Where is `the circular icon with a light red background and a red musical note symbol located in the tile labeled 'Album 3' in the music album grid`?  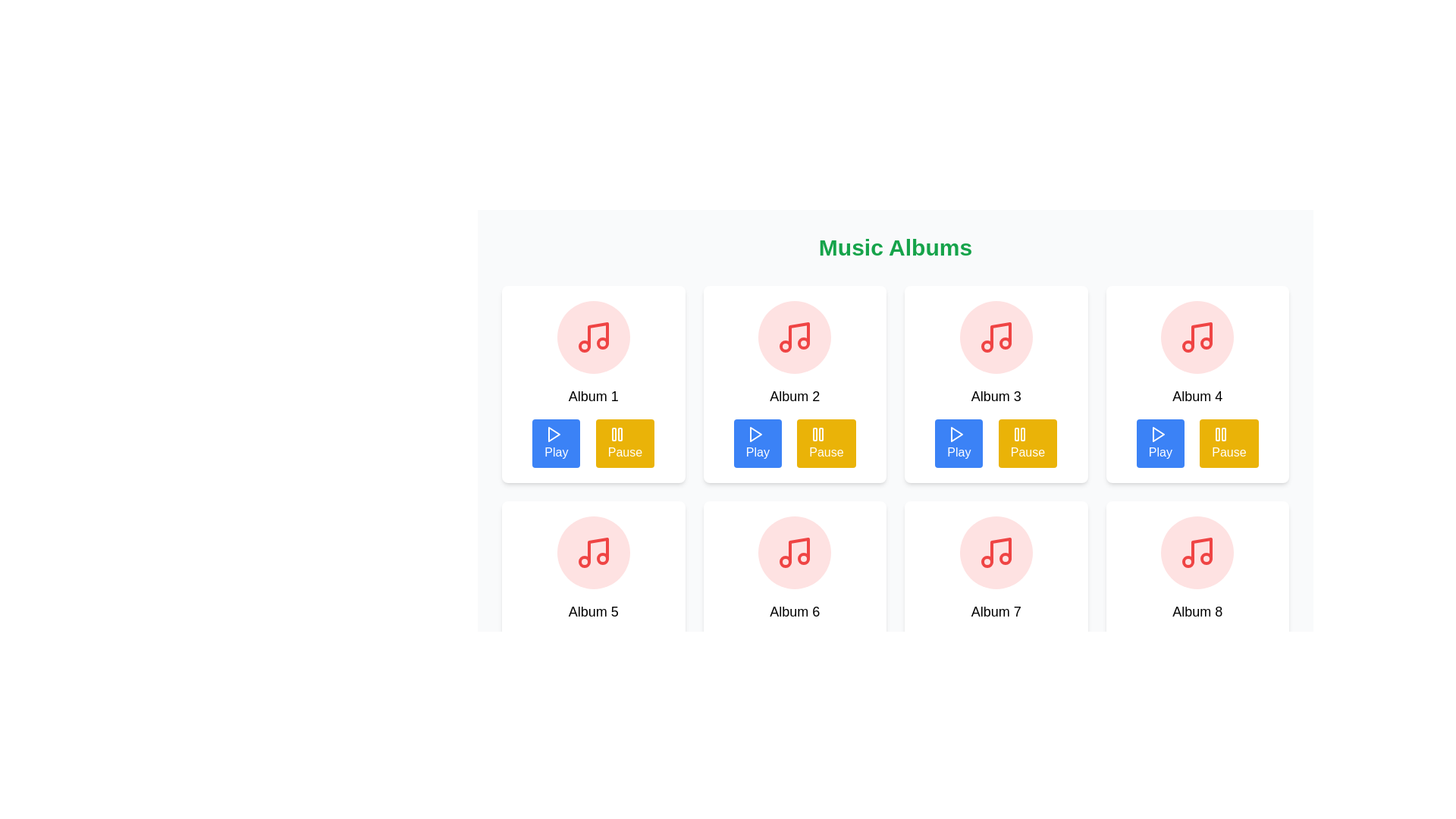
the circular icon with a light red background and a red musical note symbol located in the tile labeled 'Album 3' in the music album grid is located at coordinates (996, 336).